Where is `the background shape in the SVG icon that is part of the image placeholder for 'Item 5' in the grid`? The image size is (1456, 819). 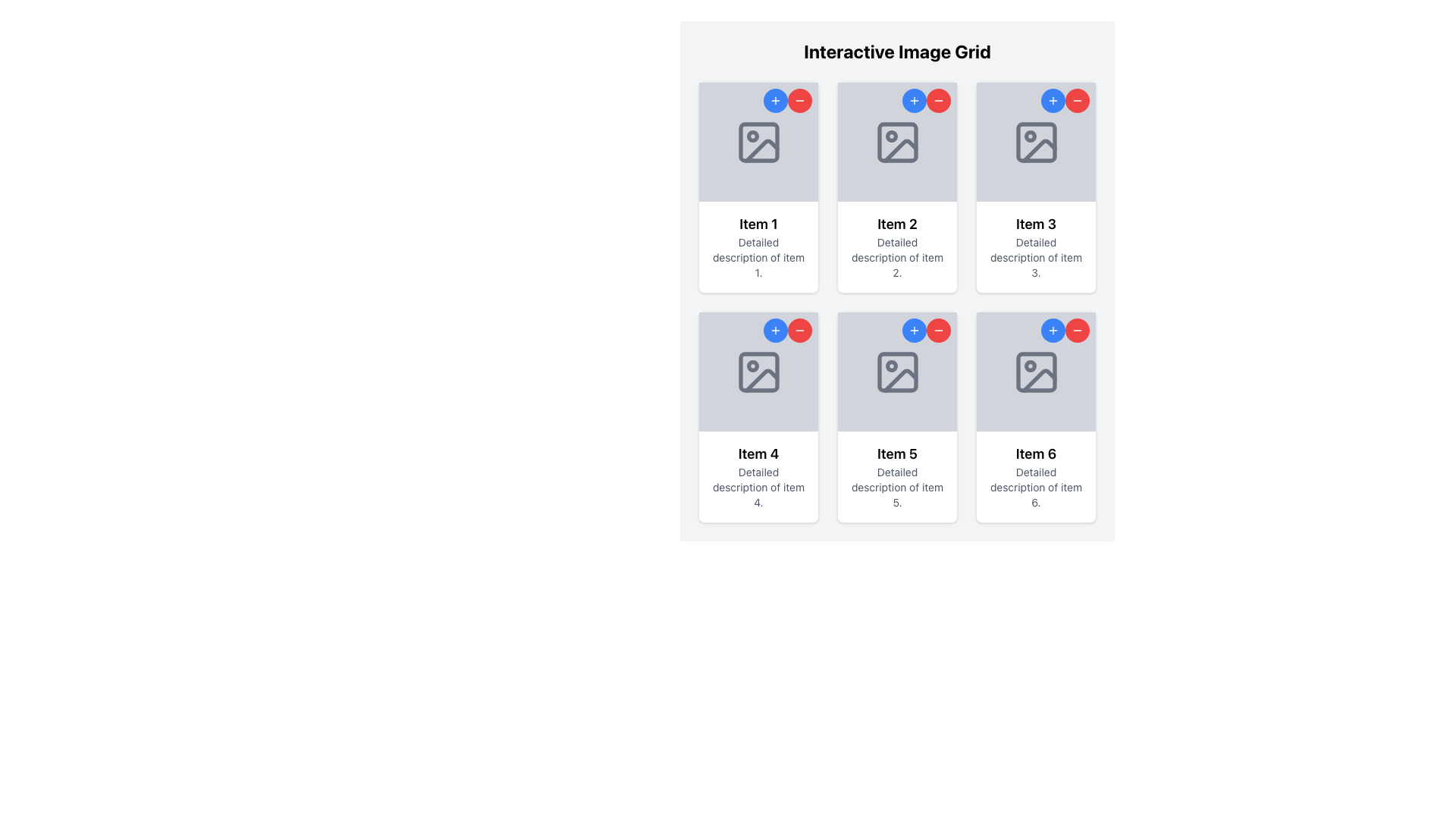 the background shape in the SVG icon that is part of the image placeholder for 'Item 5' in the grid is located at coordinates (897, 372).